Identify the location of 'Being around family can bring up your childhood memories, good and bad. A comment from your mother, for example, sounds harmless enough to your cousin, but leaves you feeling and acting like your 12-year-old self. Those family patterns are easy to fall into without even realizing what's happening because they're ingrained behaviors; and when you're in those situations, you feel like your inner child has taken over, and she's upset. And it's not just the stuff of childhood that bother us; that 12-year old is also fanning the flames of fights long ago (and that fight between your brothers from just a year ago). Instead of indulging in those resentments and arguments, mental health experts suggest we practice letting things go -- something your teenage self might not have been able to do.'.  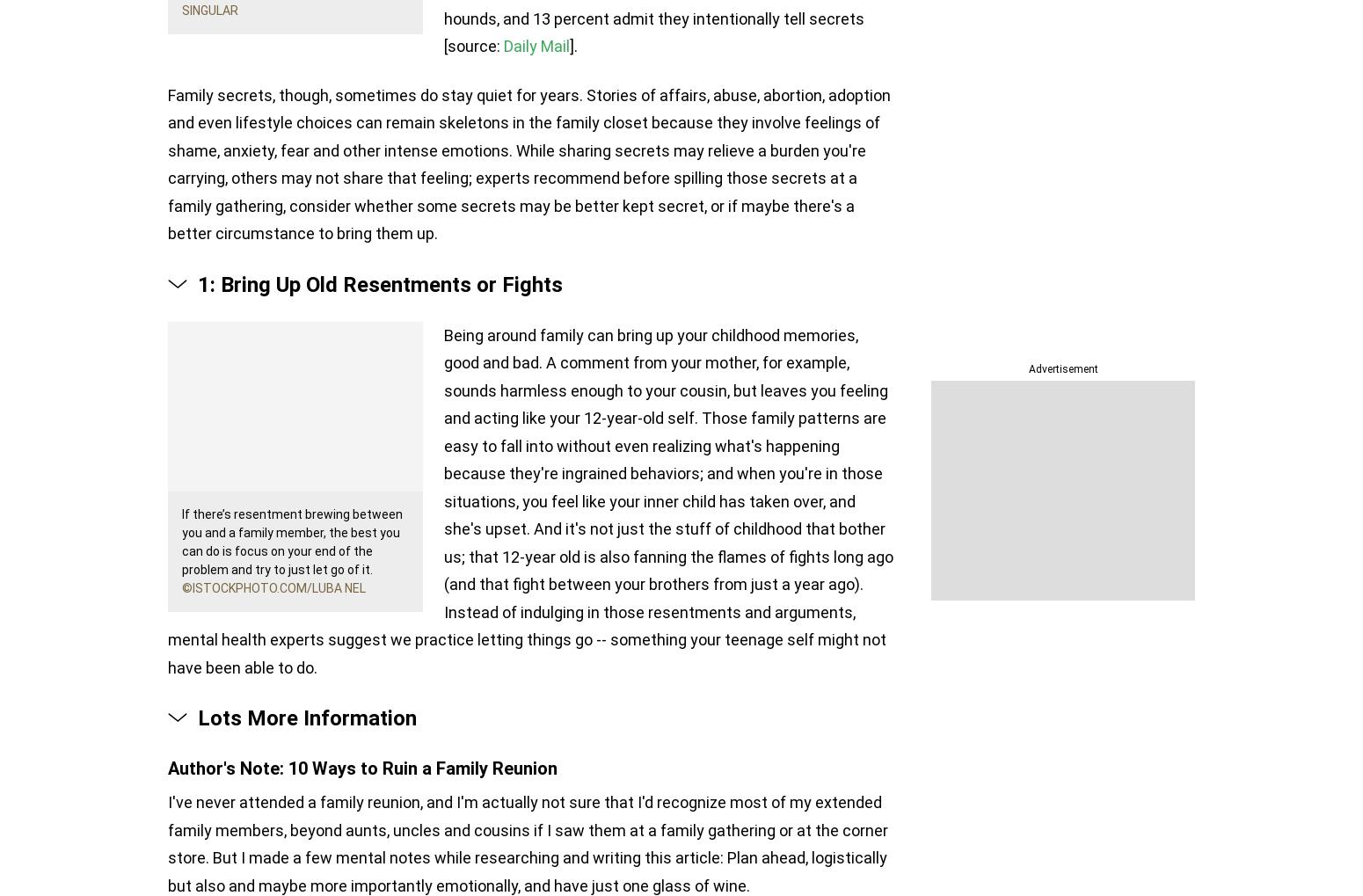
(530, 499).